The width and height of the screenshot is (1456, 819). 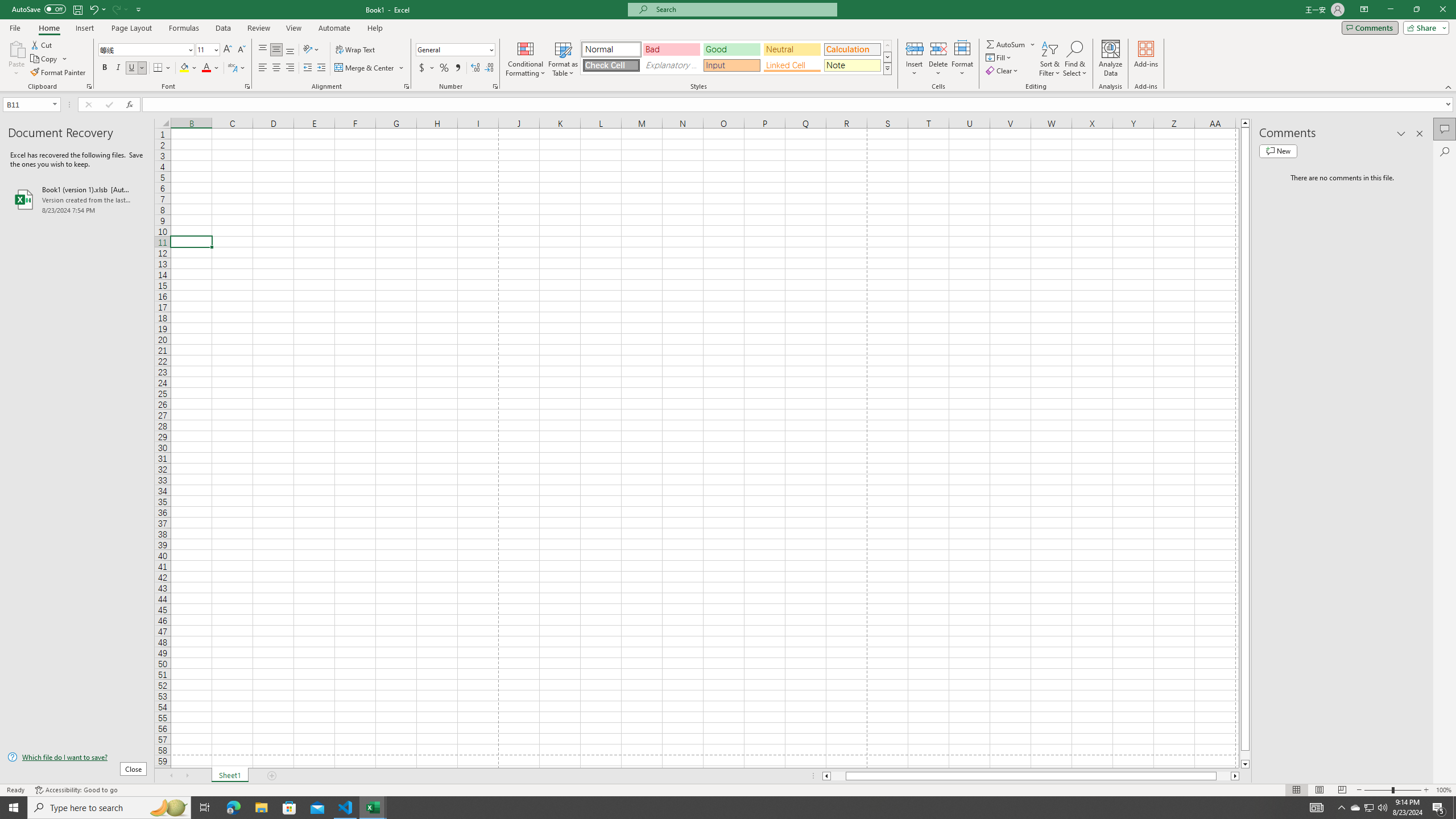 I want to click on 'Font', so click(x=142, y=49).